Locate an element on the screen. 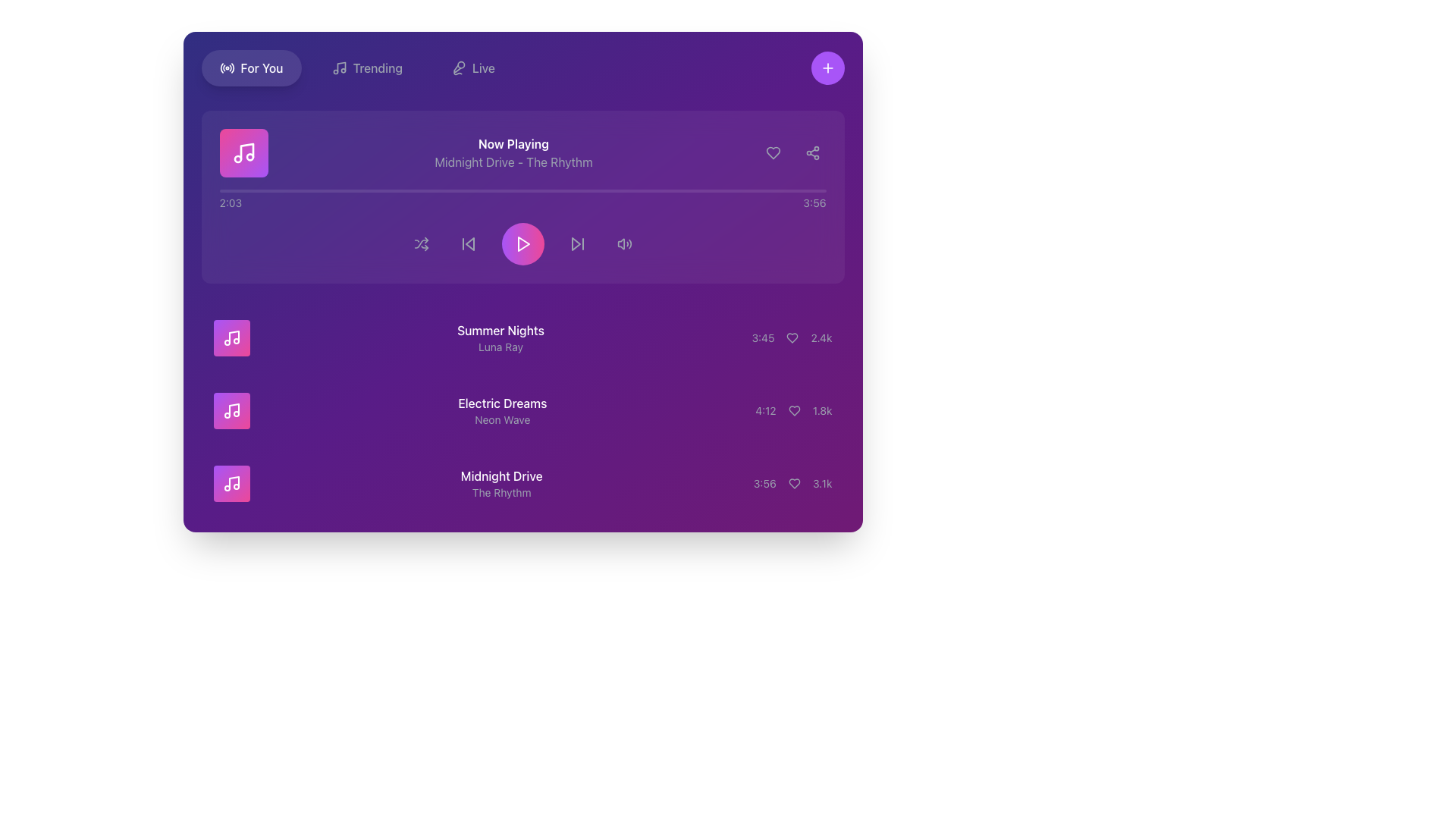 The image size is (1456, 819). the 'Summer Nights' text label is located at coordinates (500, 337).